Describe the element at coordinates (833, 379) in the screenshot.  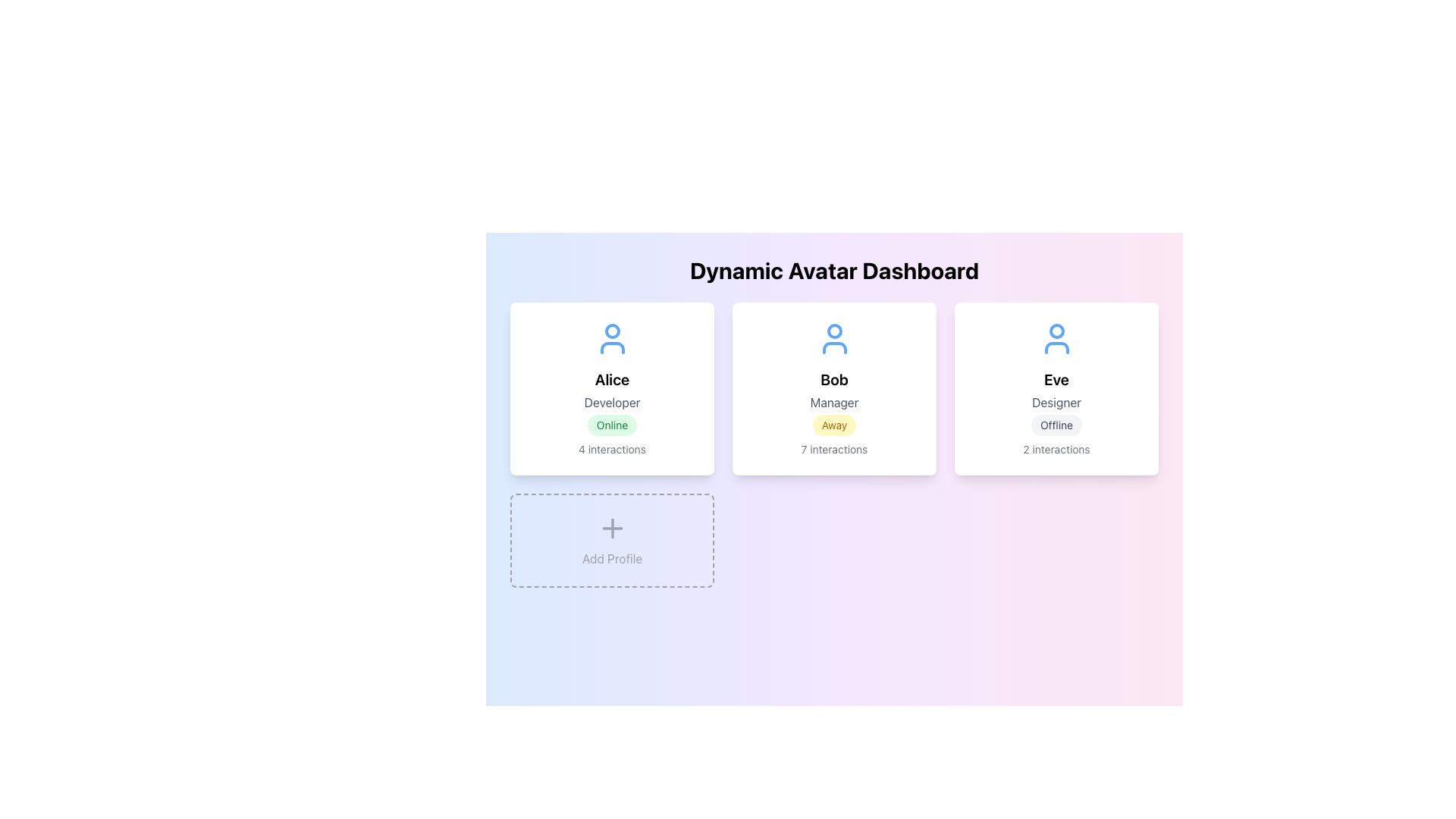
I see `the user name text label located in the center of the middle card among three horizontally aligned cards, positioned beneath the user icon and above the designation text 'Manager'` at that location.